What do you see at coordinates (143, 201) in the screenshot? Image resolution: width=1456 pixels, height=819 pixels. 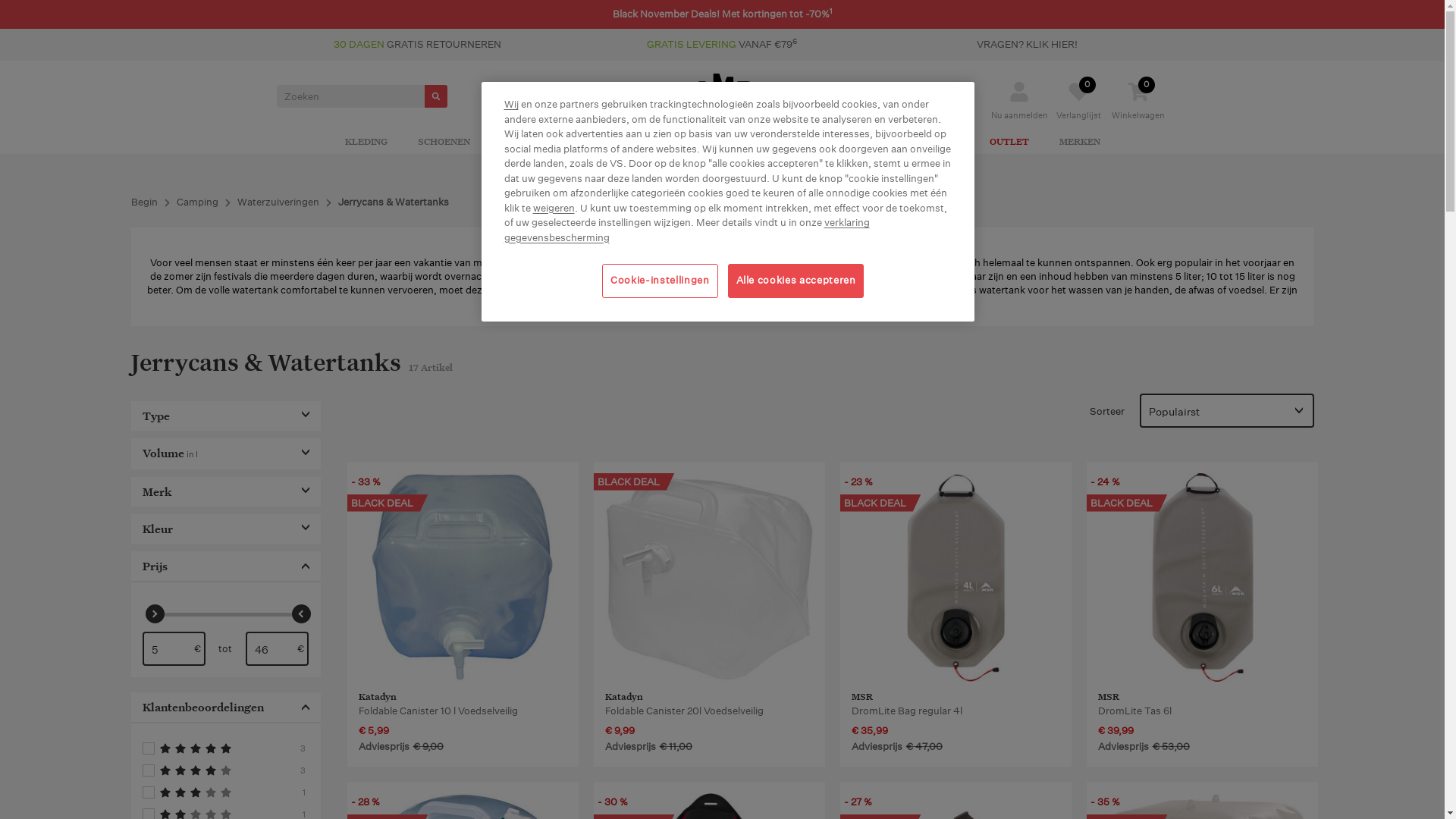 I see `'Begin'` at bounding box center [143, 201].